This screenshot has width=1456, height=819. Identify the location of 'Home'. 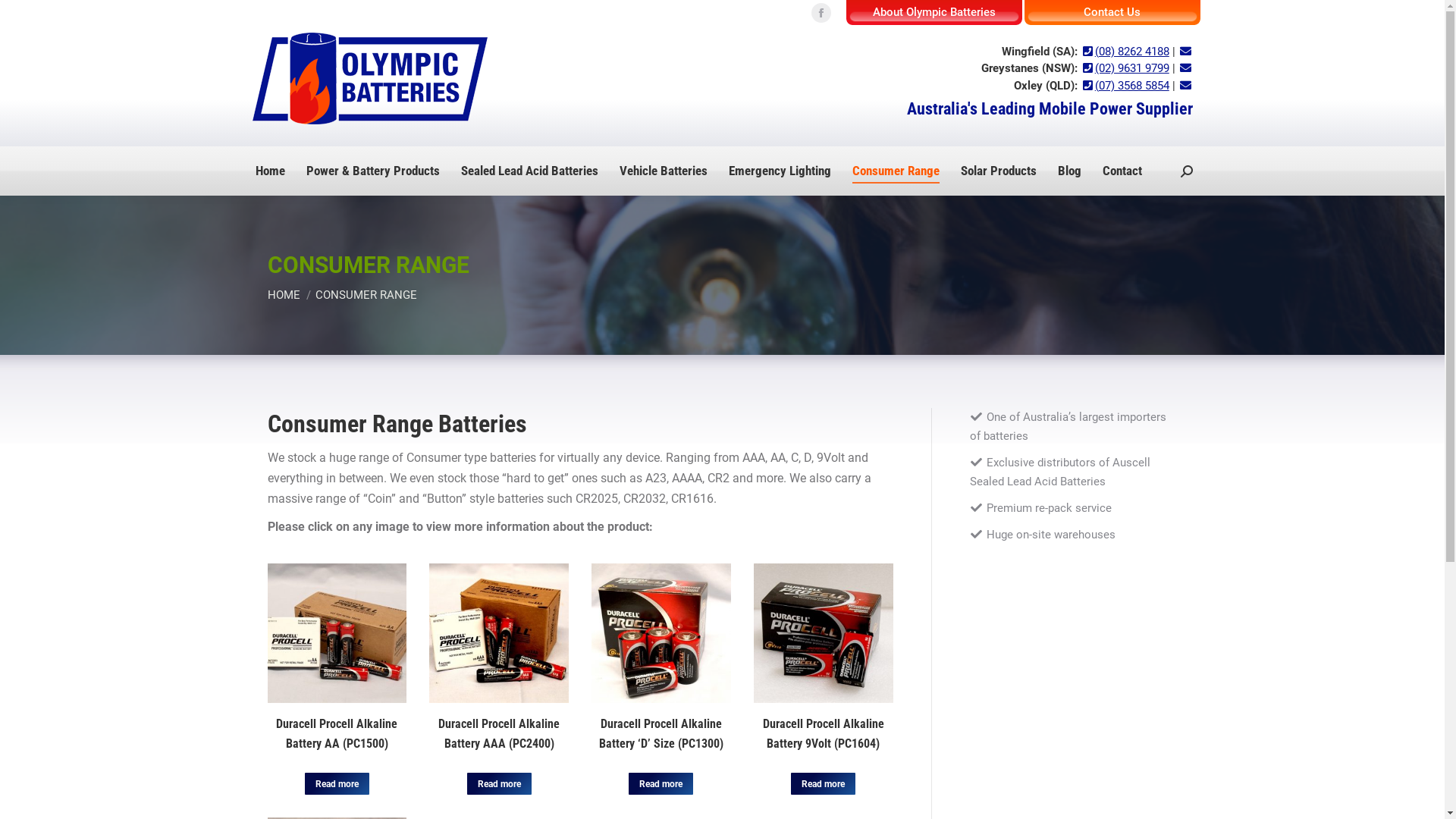
(251, 171).